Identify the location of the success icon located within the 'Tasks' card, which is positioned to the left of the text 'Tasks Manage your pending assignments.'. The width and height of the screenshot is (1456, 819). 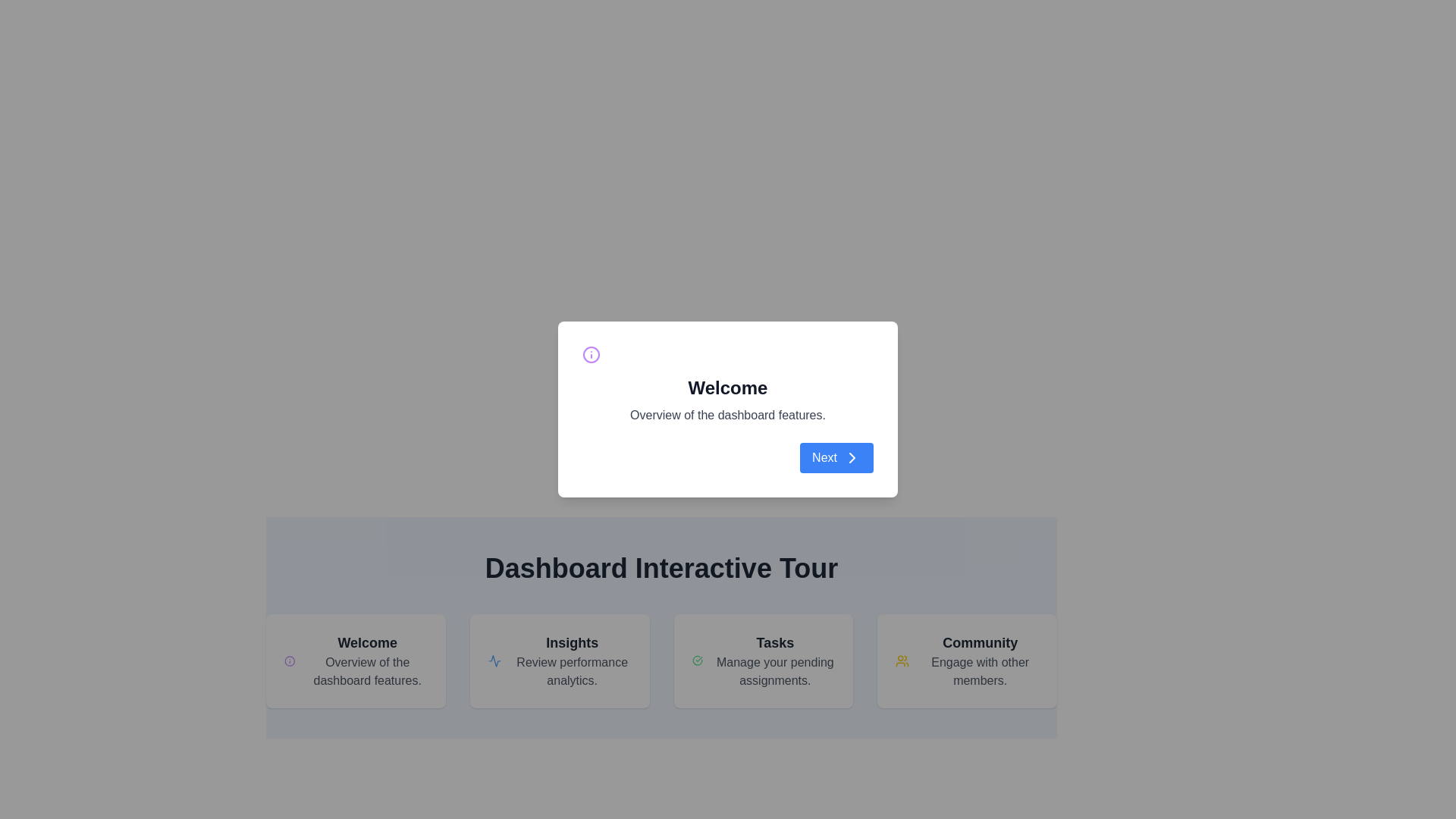
(697, 660).